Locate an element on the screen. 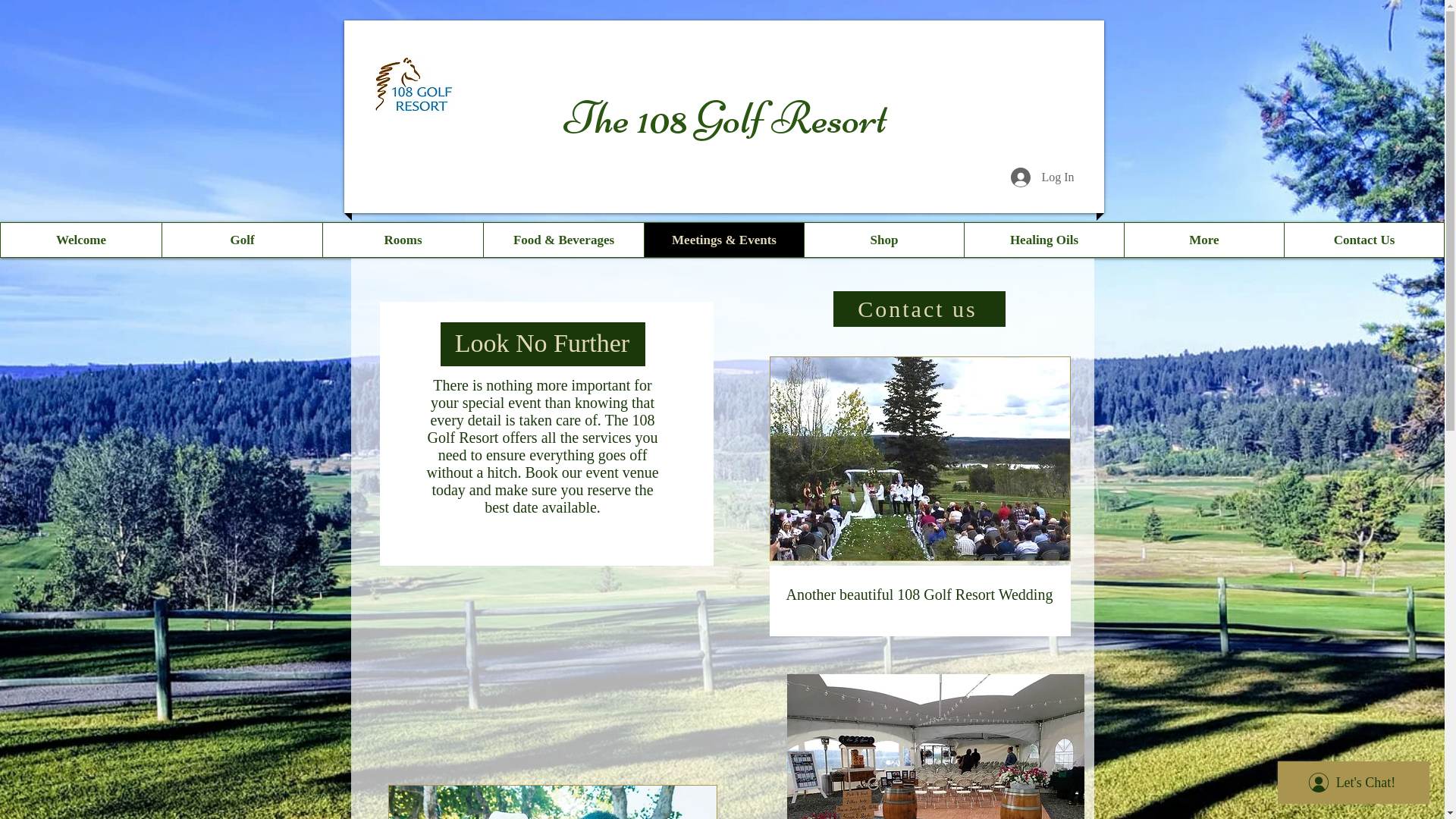  'Welcome' is located at coordinates (80, 239).